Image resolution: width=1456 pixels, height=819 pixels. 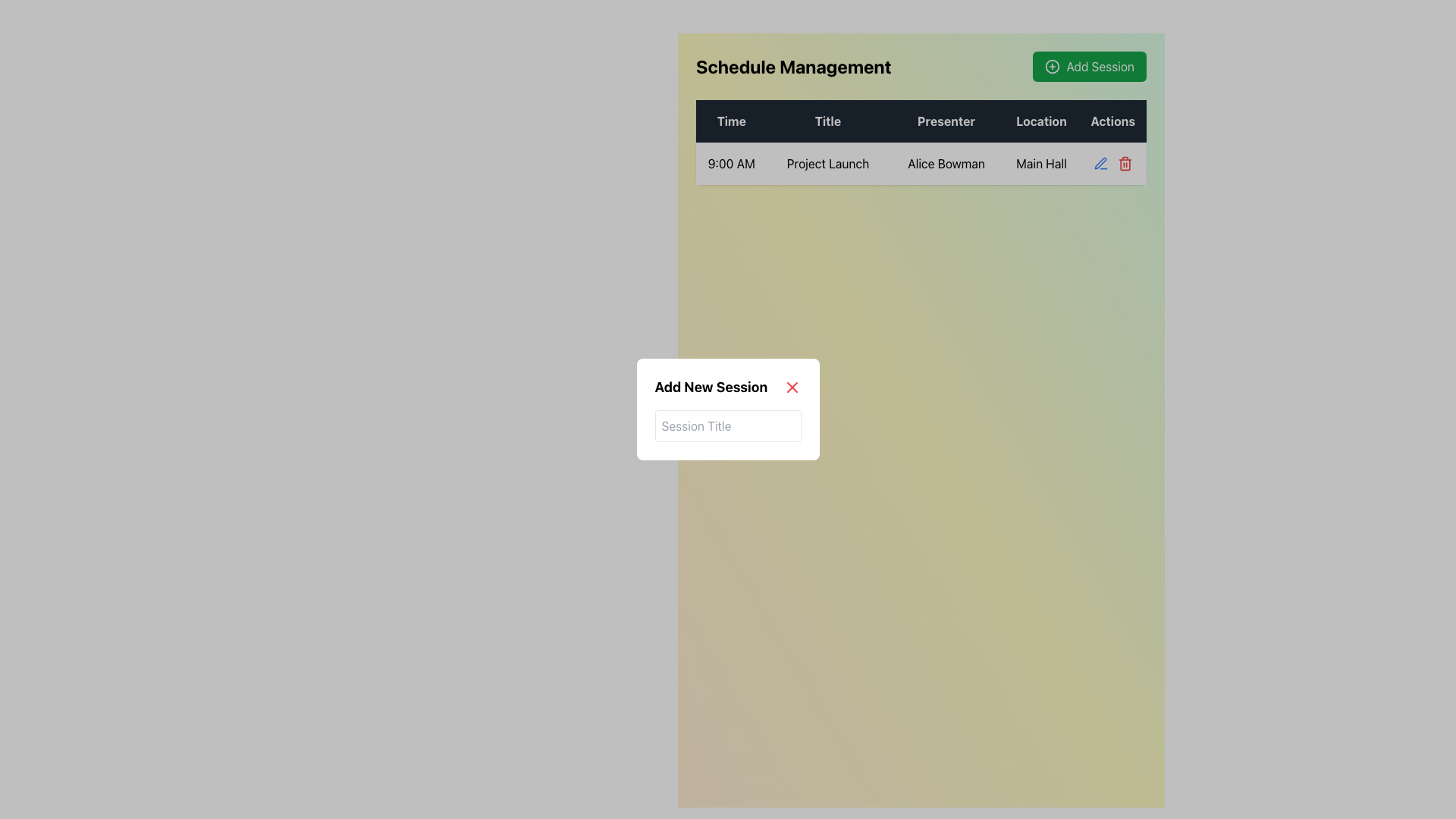 I want to click on the Text Label that serves as a column header indicating the location of an event or item, positioned between 'Presenter' and 'Actions', so click(x=1040, y=120).